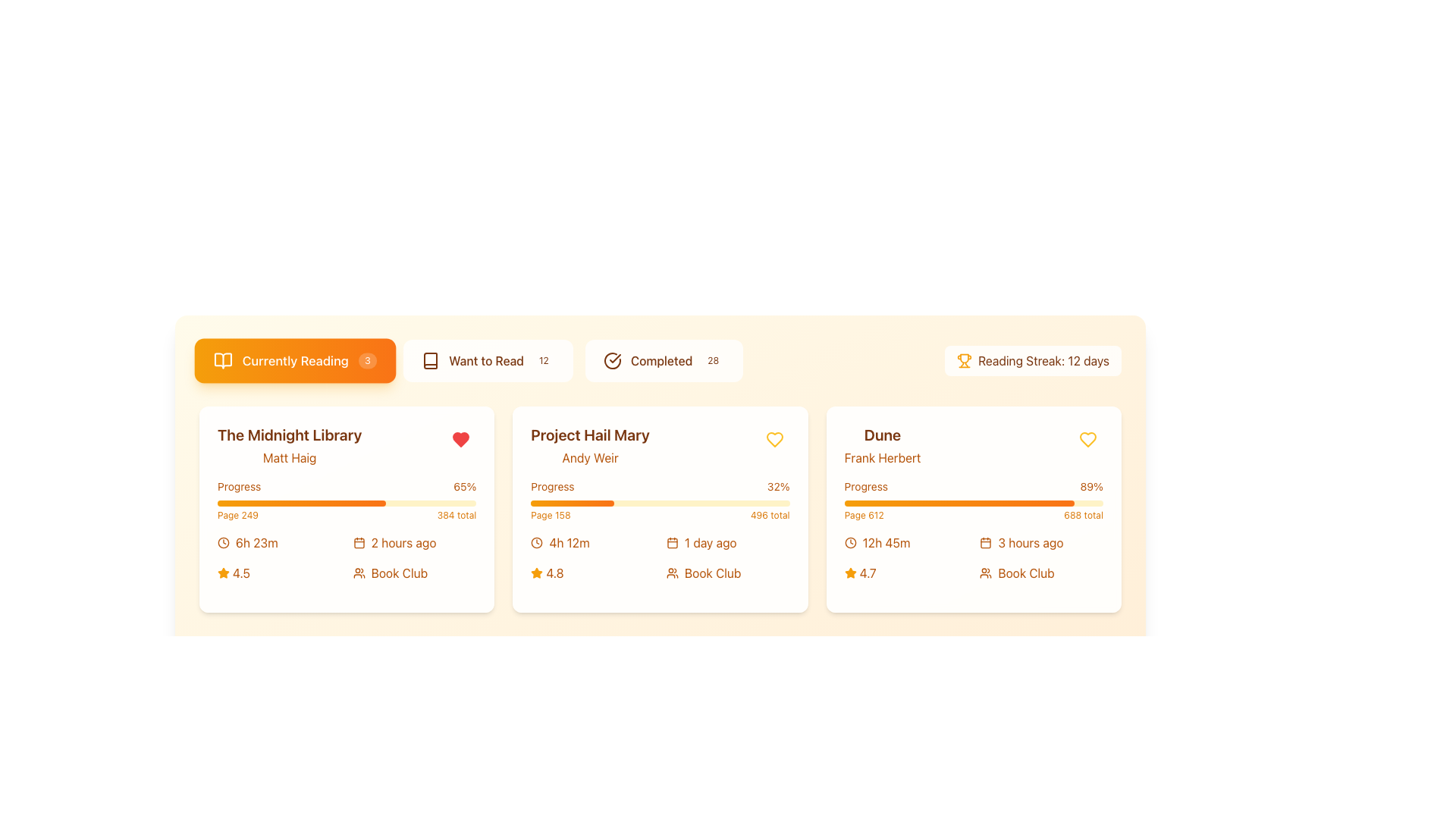  Describe the element at coordinates (415, 542) in the screenshot. I see `the text displaying the time since the respective book activity for 'The Midnight Library' within the 'Currently Reading' section, located below the progress information and beside the rating and book club details` at that location.